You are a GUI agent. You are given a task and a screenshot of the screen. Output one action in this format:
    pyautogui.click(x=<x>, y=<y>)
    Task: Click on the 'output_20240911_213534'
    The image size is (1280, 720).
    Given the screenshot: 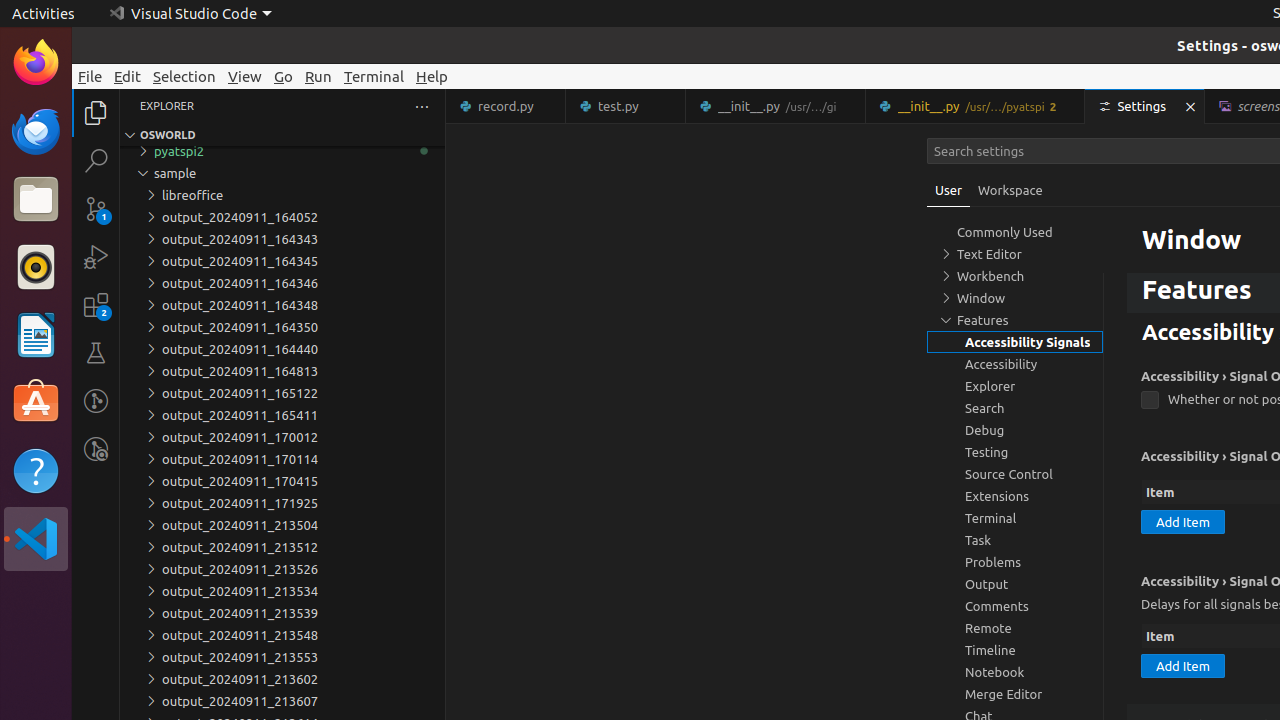 What is the action you would take?
    pyautogui.click(x=281, y=589)
    